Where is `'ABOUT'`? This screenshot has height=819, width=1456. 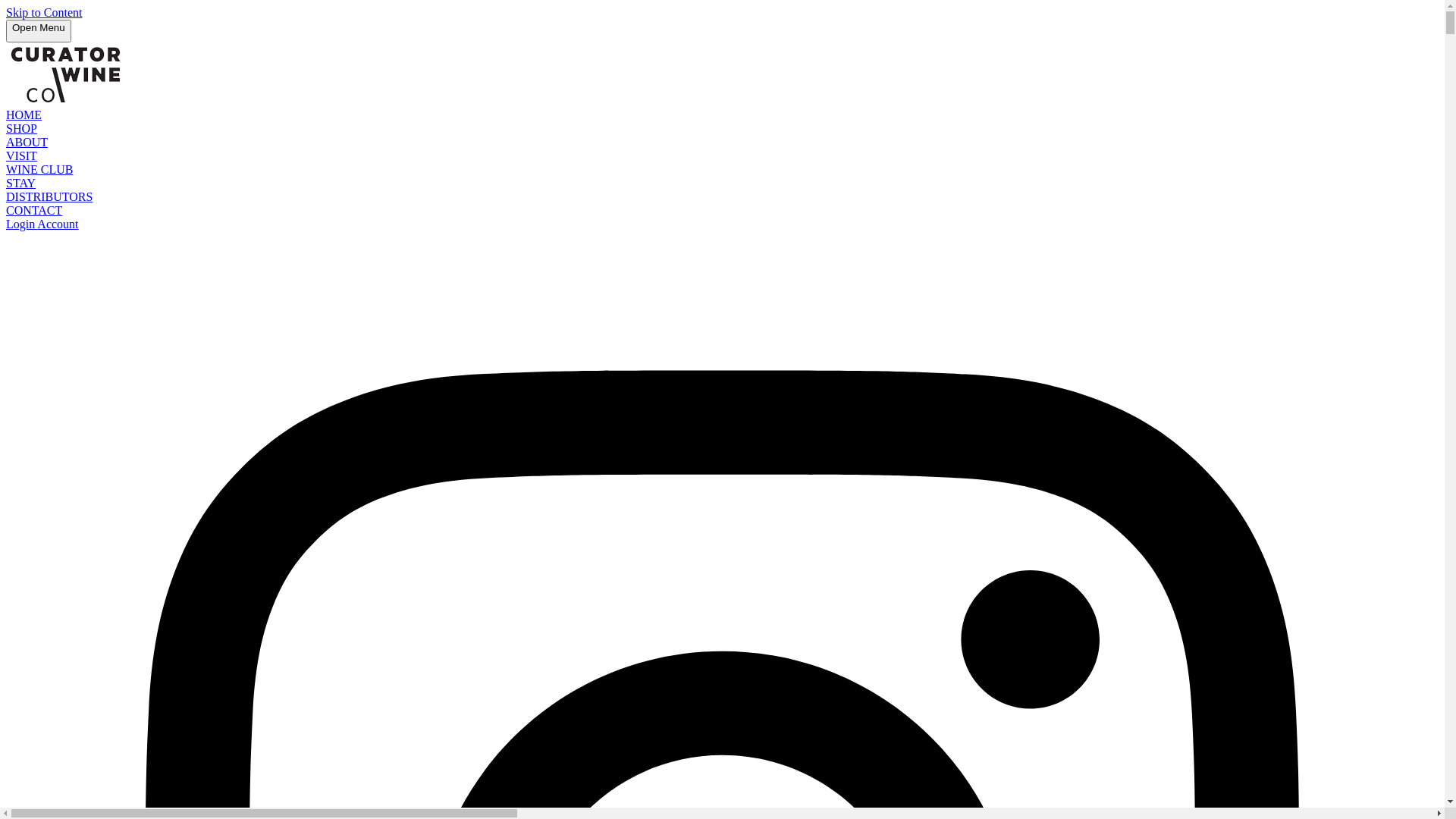 'ABOUT' is located at coordinates (27, 142).